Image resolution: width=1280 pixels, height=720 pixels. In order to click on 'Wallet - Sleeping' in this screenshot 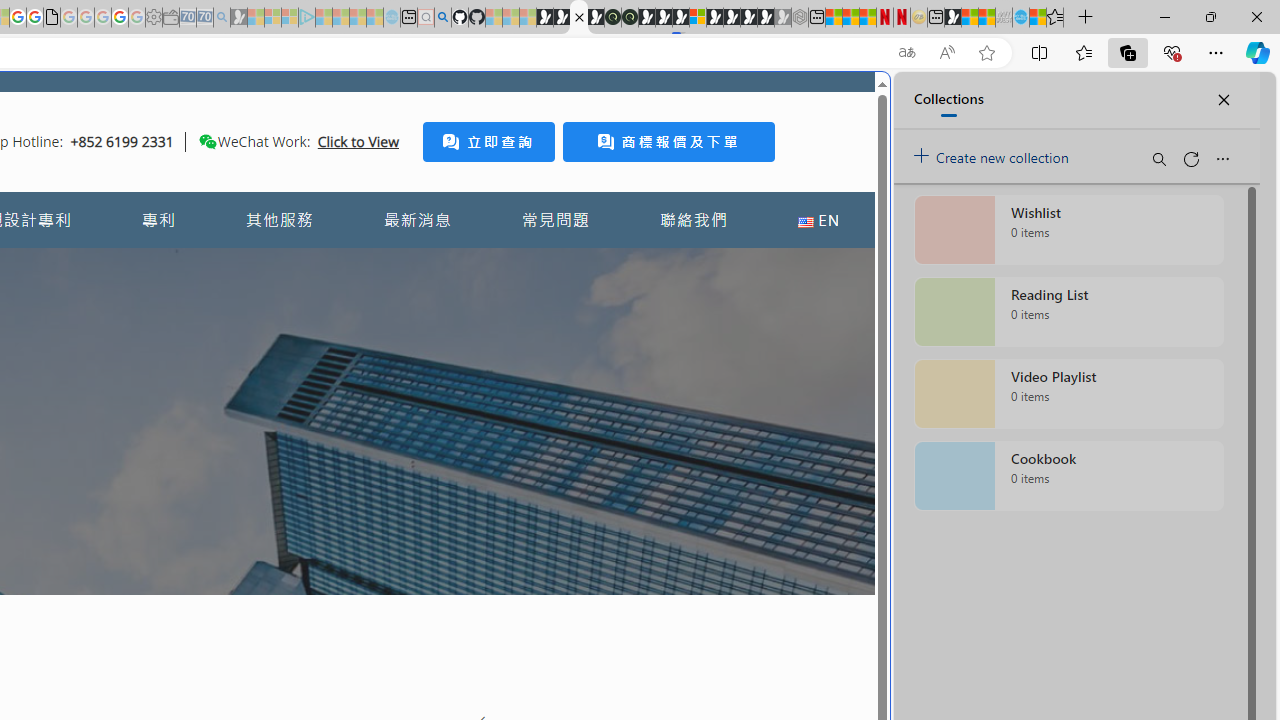, I will do `click(170, 17)`.